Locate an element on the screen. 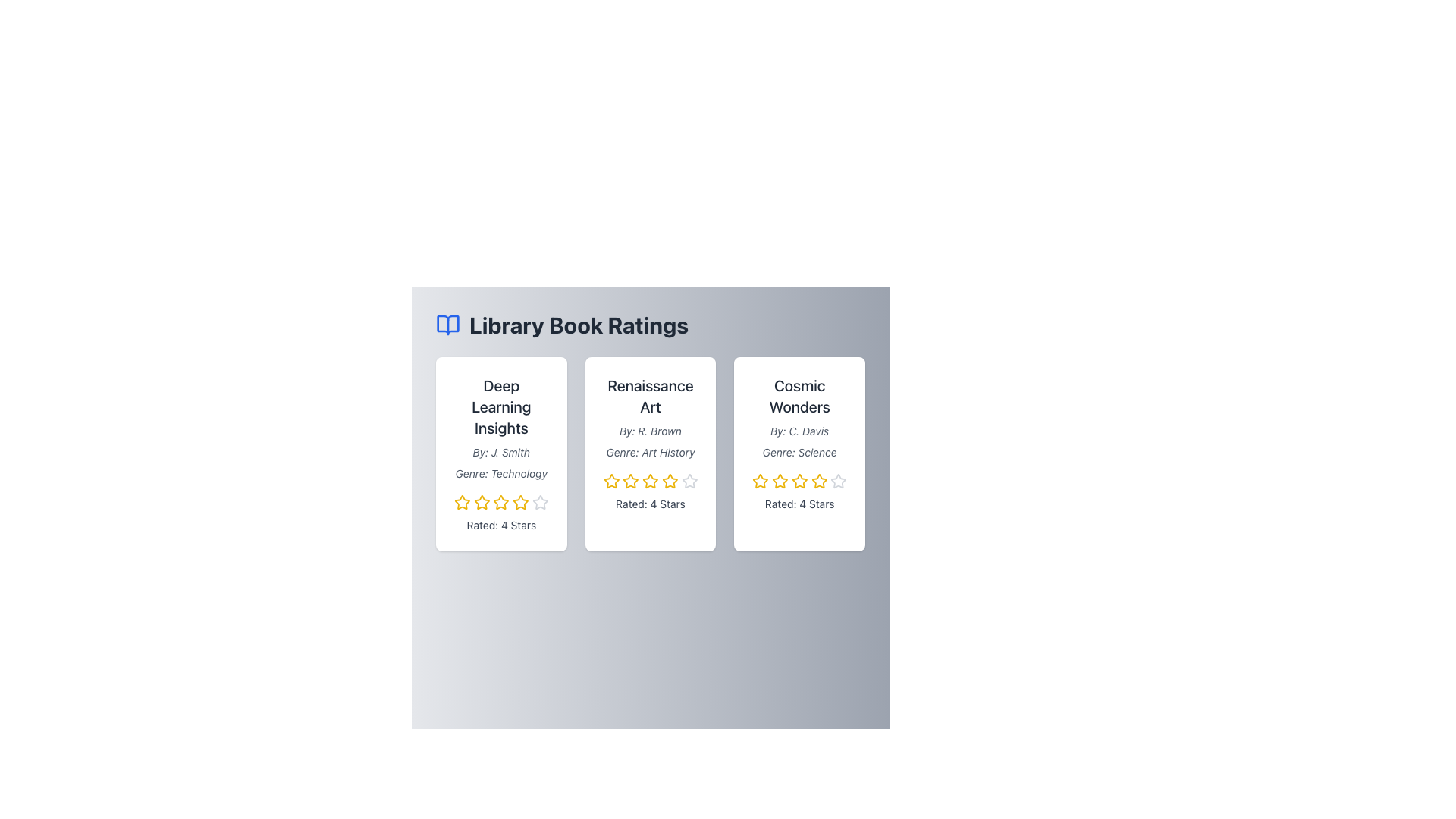 This screenshot has height=819, width=1456. the second star icon representing the user rating for the 'Cosmic Wonders' item is located at coordinates (780, 481).